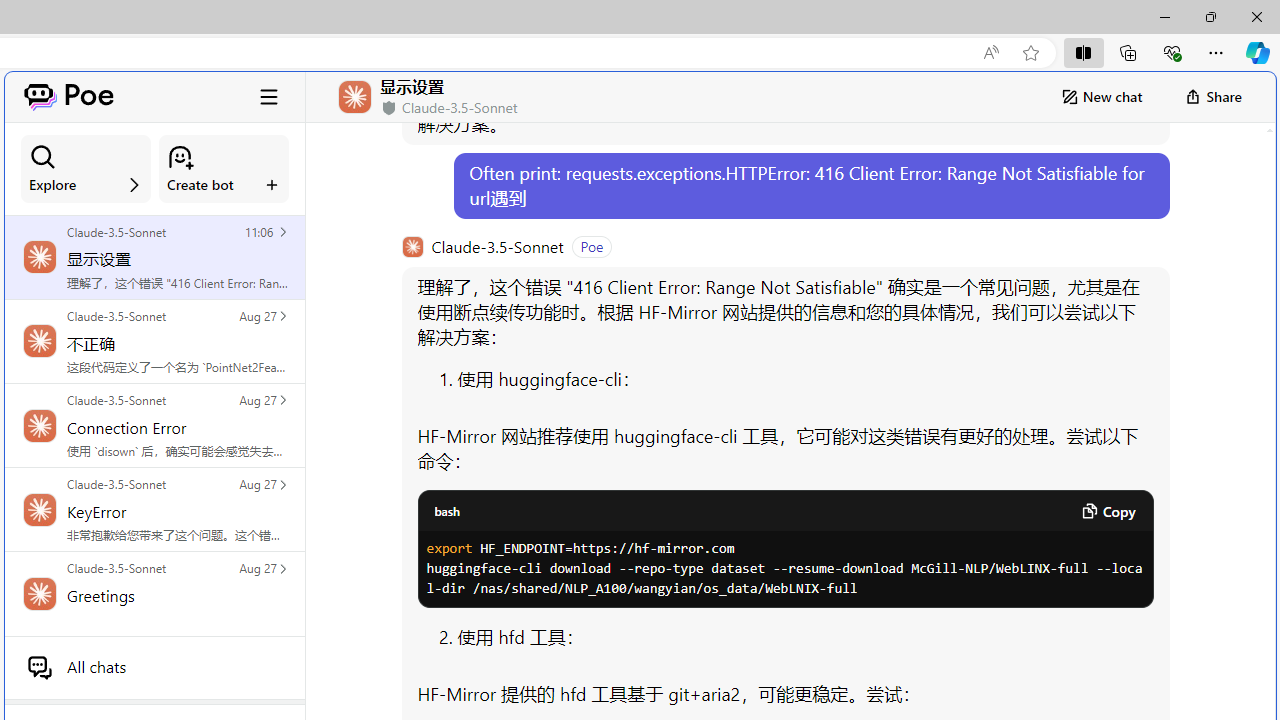  Describe the element at coordinates (43, 156) in the screenshot. I see `'Class: ManageBotsCardSection_searchIcon__laGLi'` at that location.